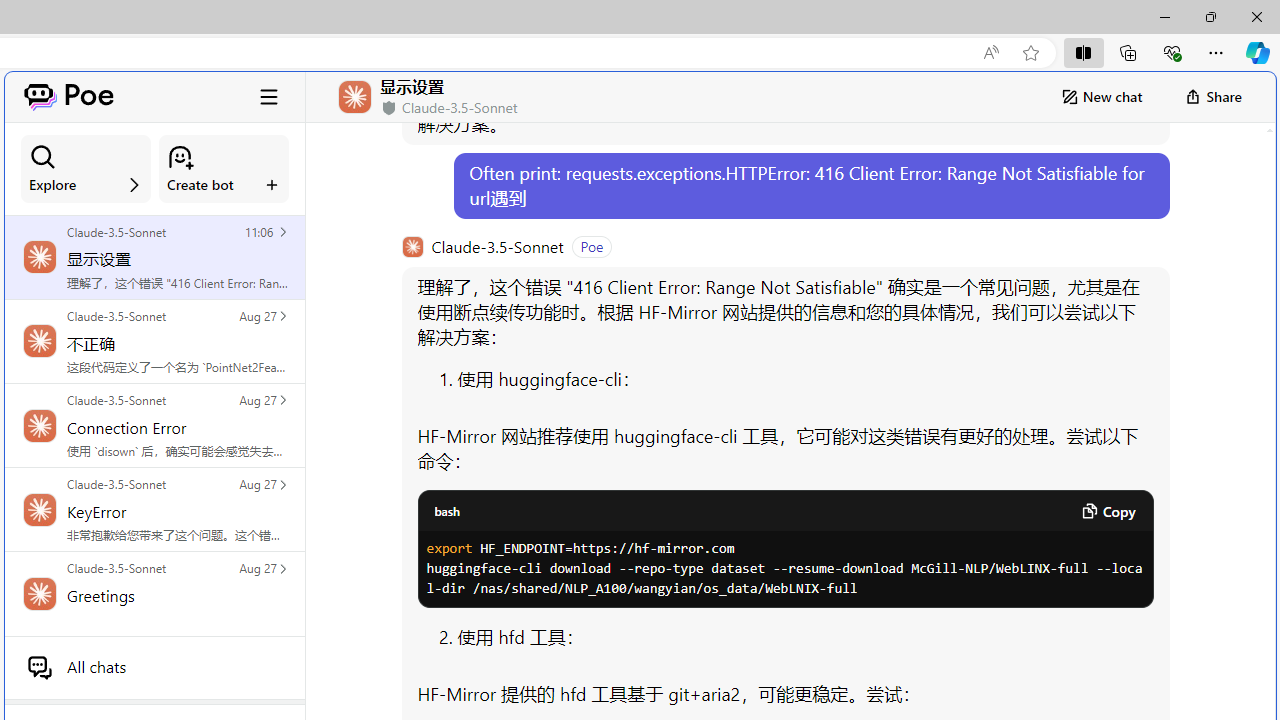  Describe the element at coordinates (43, 156) in the screenshot. I see `'Class: ManageBotsCardSection_searchIcon__laGLi'` at that location.